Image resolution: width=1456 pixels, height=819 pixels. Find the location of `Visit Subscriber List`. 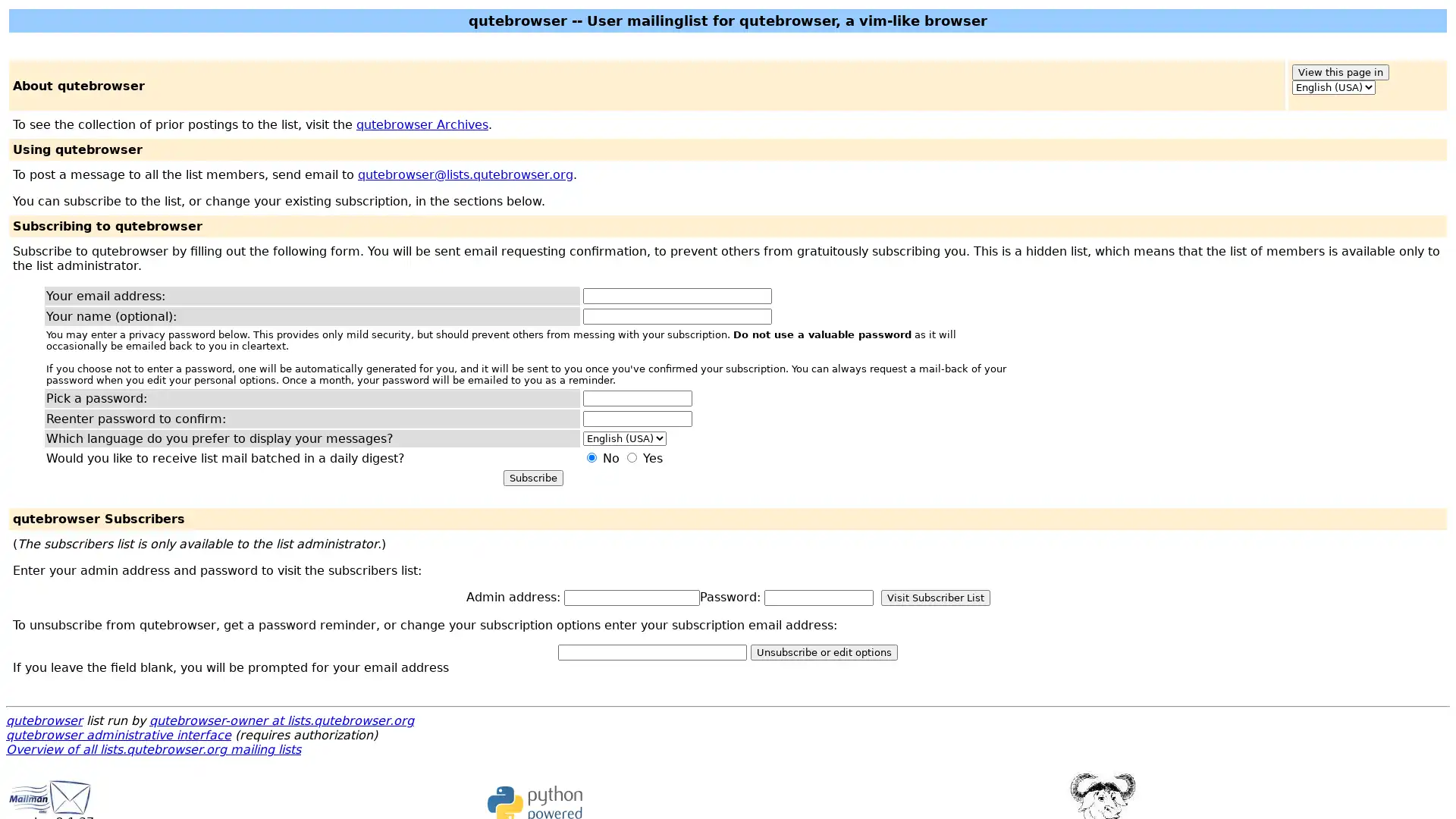

Visit Subscriber List is located at coordinates (934, 597).